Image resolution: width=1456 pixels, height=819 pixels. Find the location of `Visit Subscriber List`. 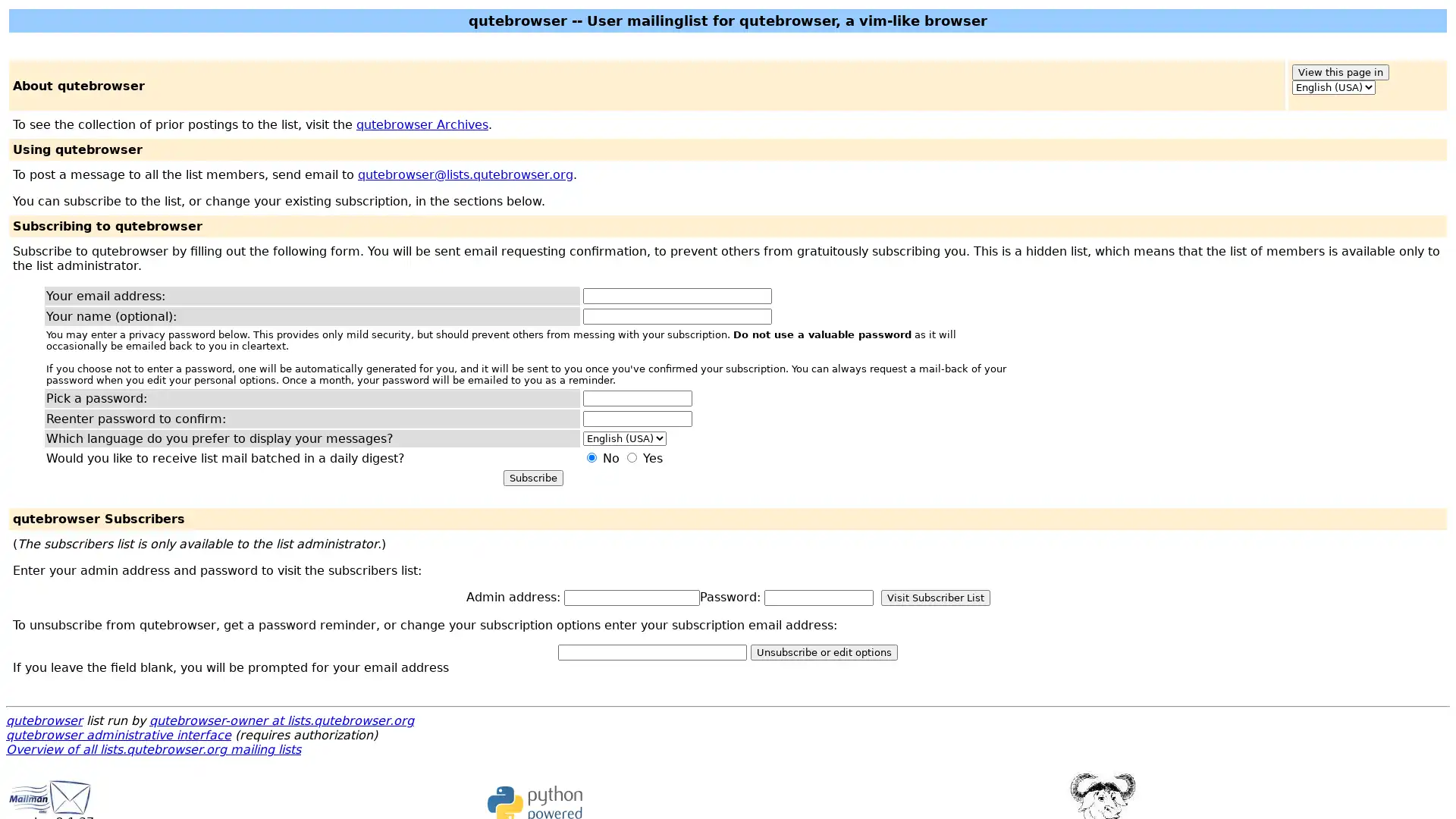

Visit Subscriber List is located at coordinates (934, 597).